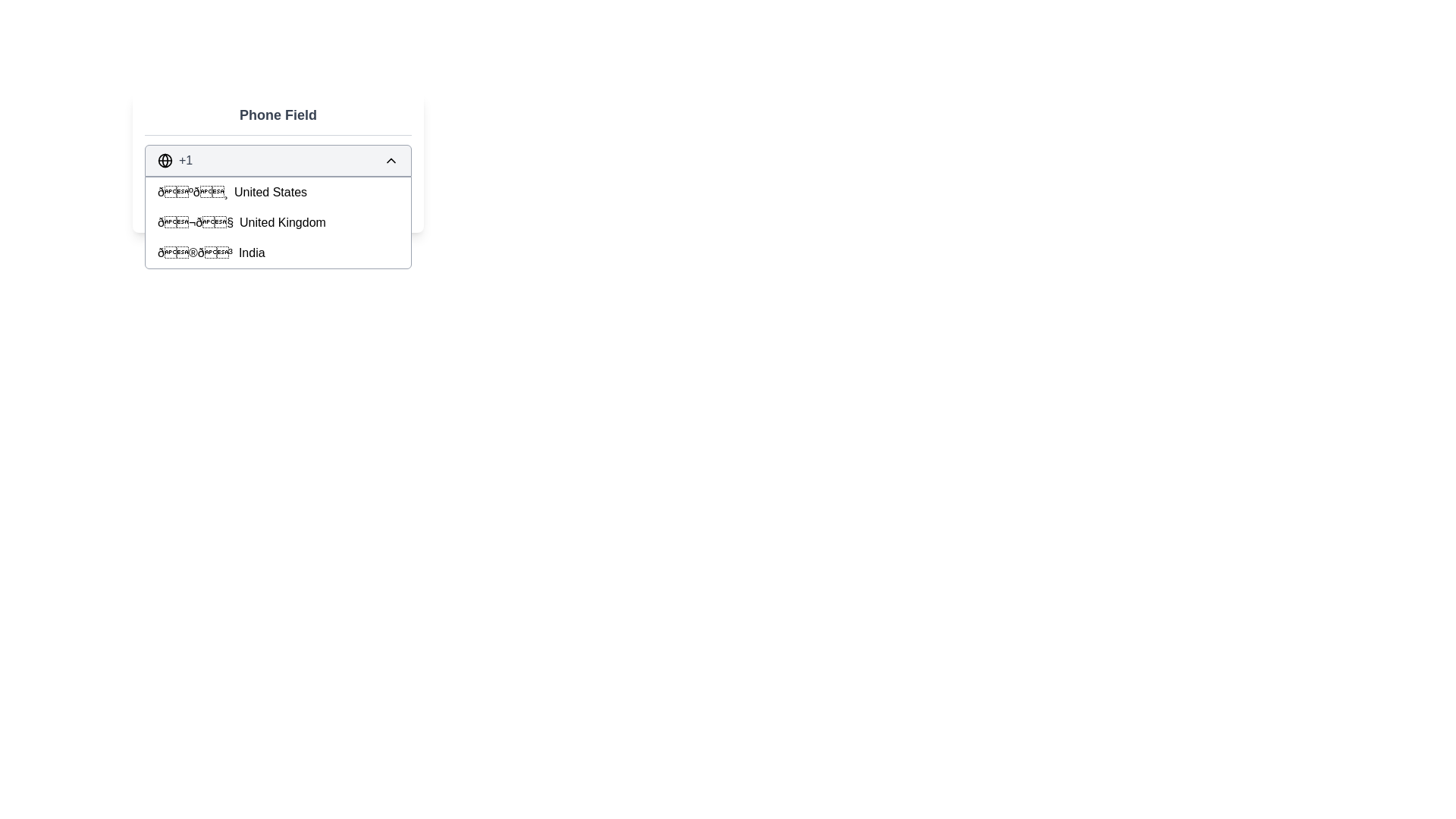 The width and height of the screenshot is (1456, 819). I want to click on the third item in the dropdown list, so click(278, 253).